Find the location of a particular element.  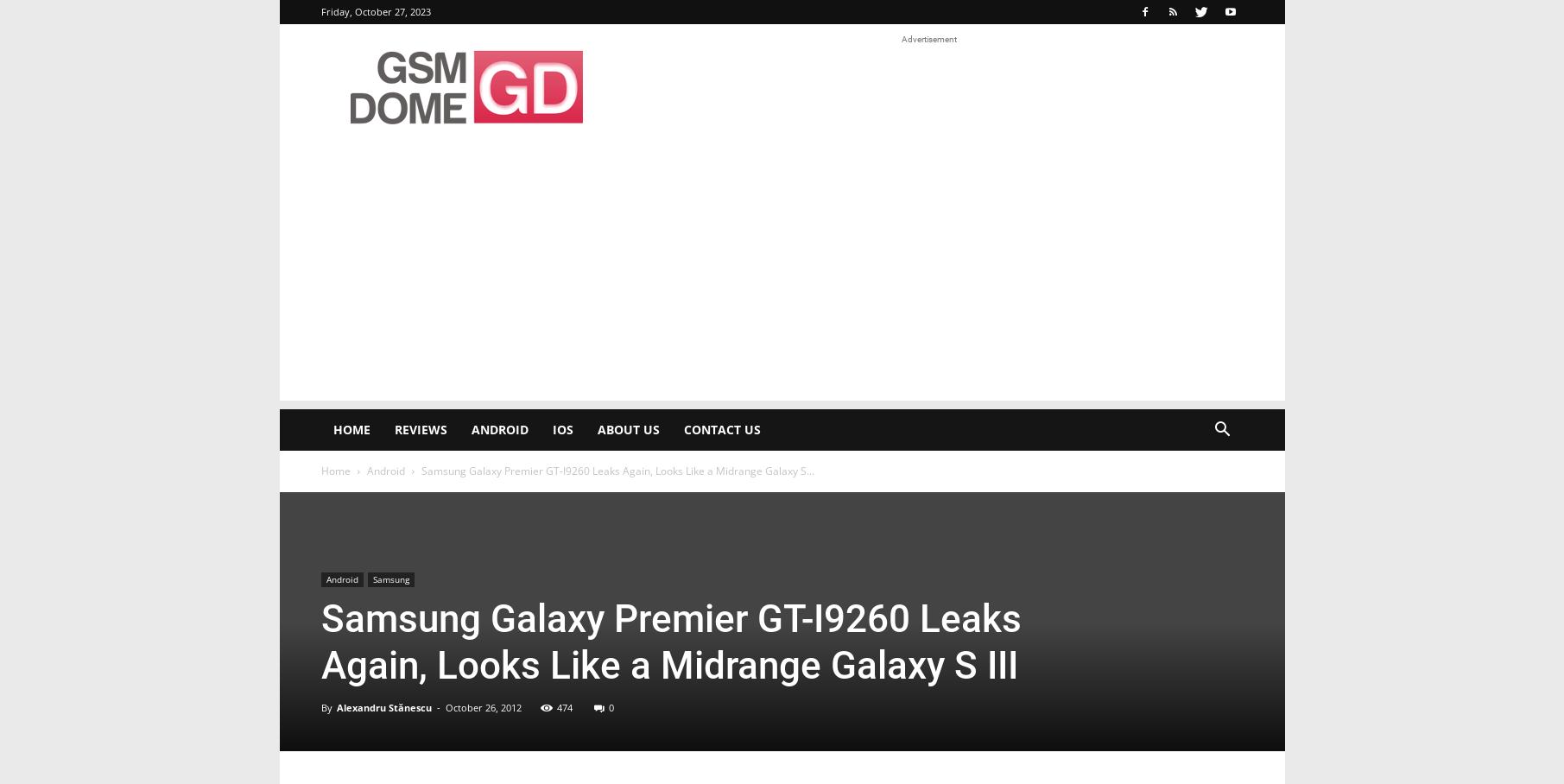

'Advertisement' is located at coordinates (928, 39).